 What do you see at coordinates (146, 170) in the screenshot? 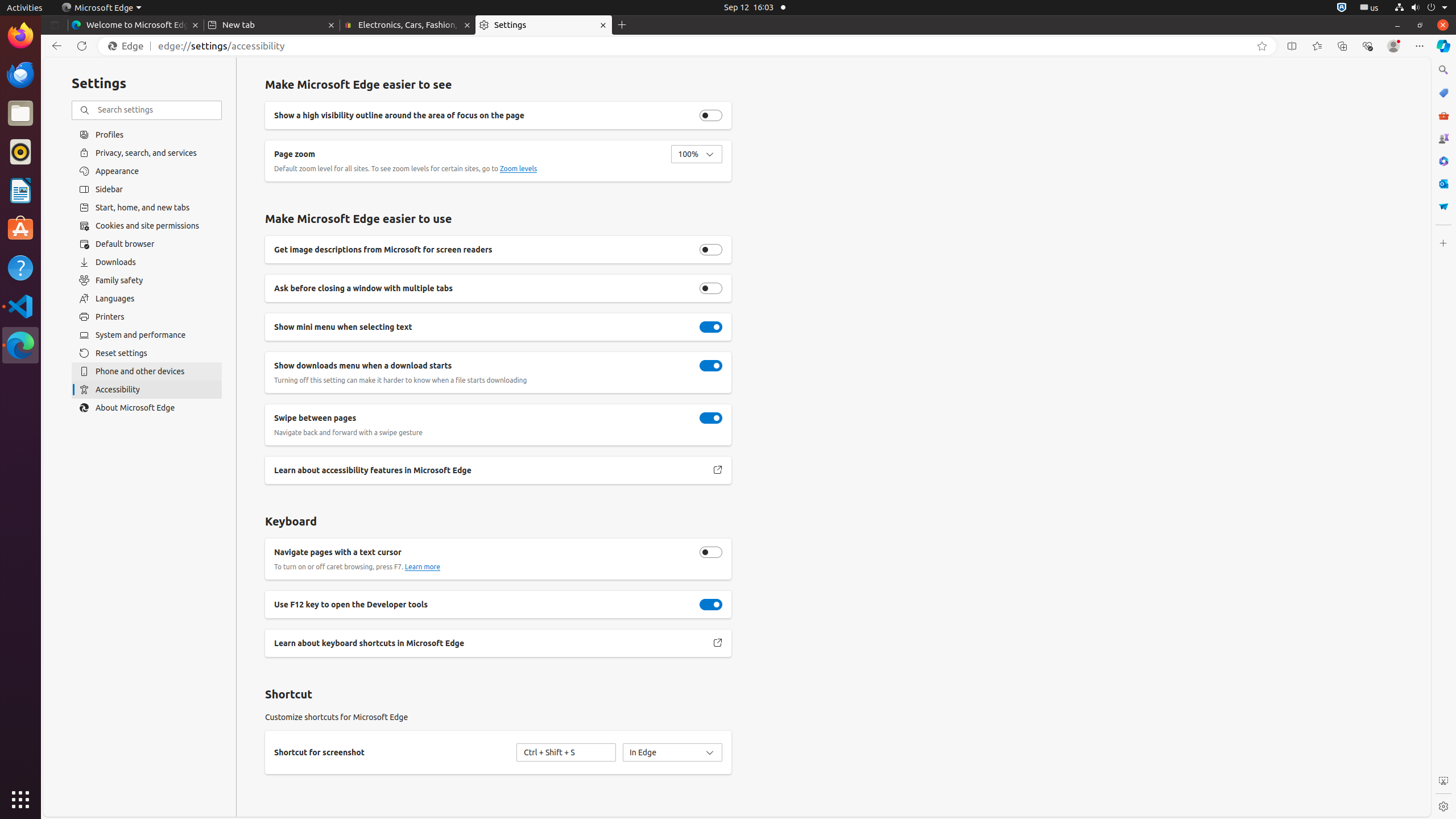
I see `'Appearance'` at bounding box center [146, 170].